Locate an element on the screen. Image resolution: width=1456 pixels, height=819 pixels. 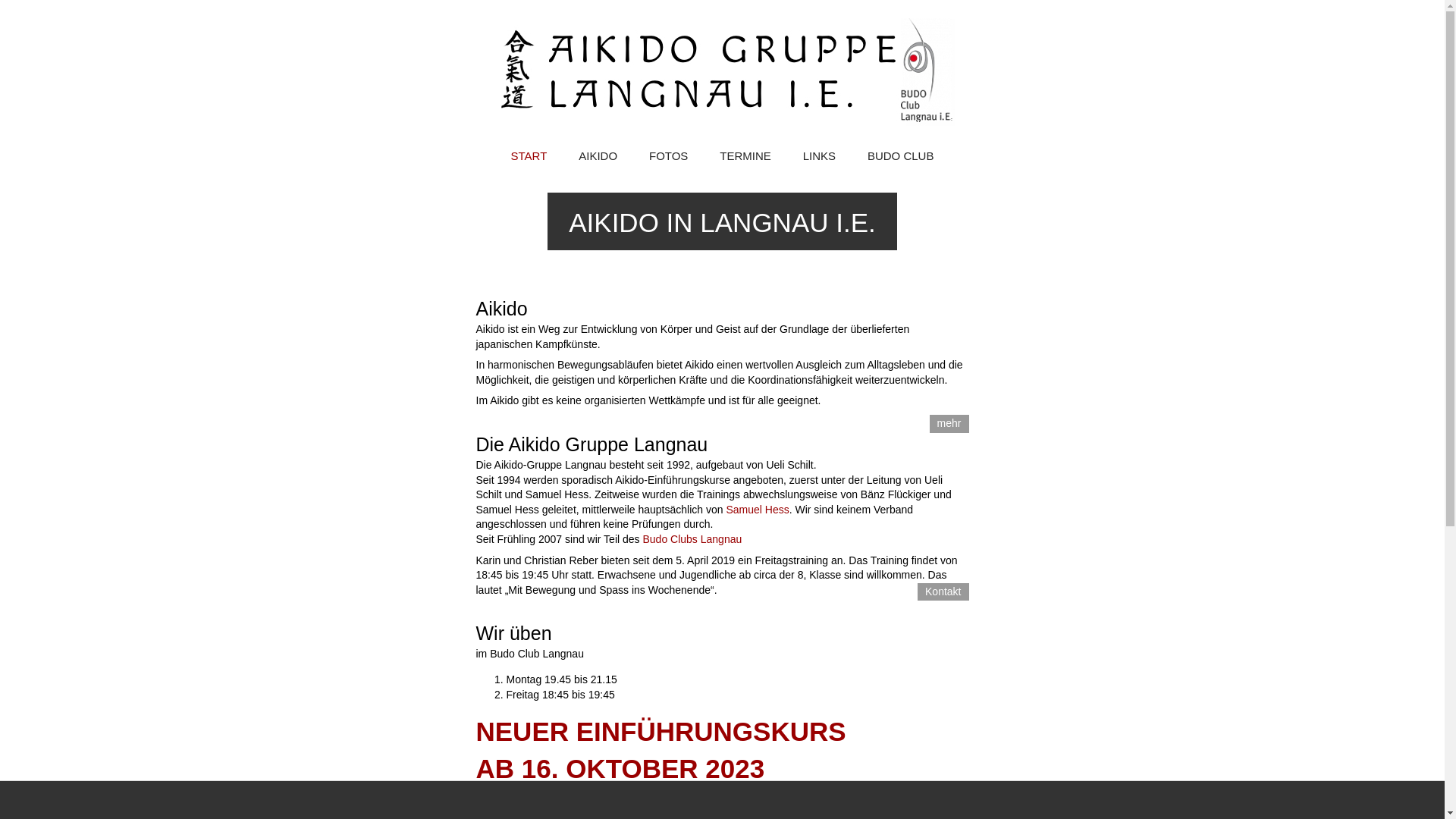
'TERMINE' is located at coordinates (745, 157).